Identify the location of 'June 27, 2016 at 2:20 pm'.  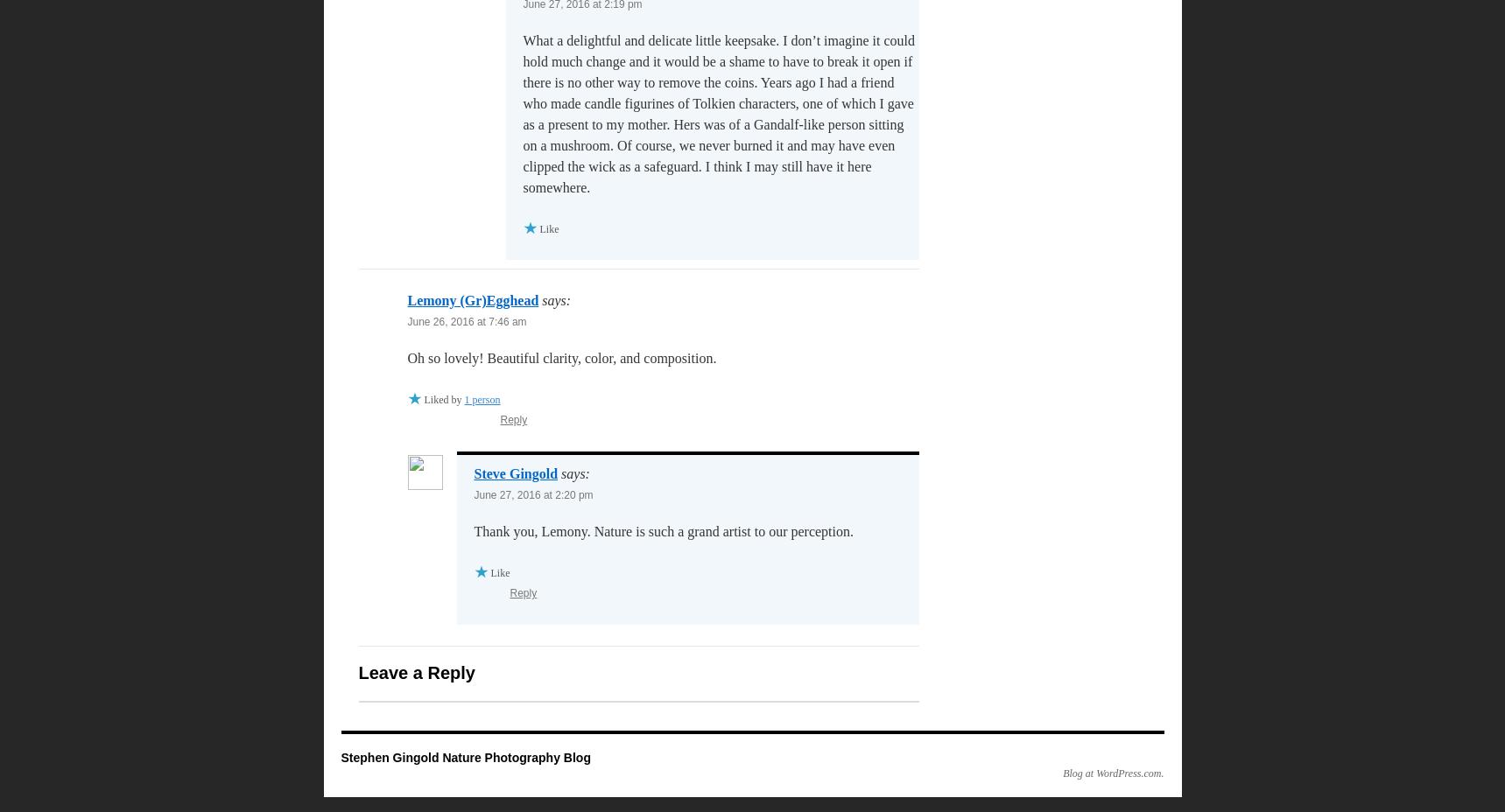
(533, 493).